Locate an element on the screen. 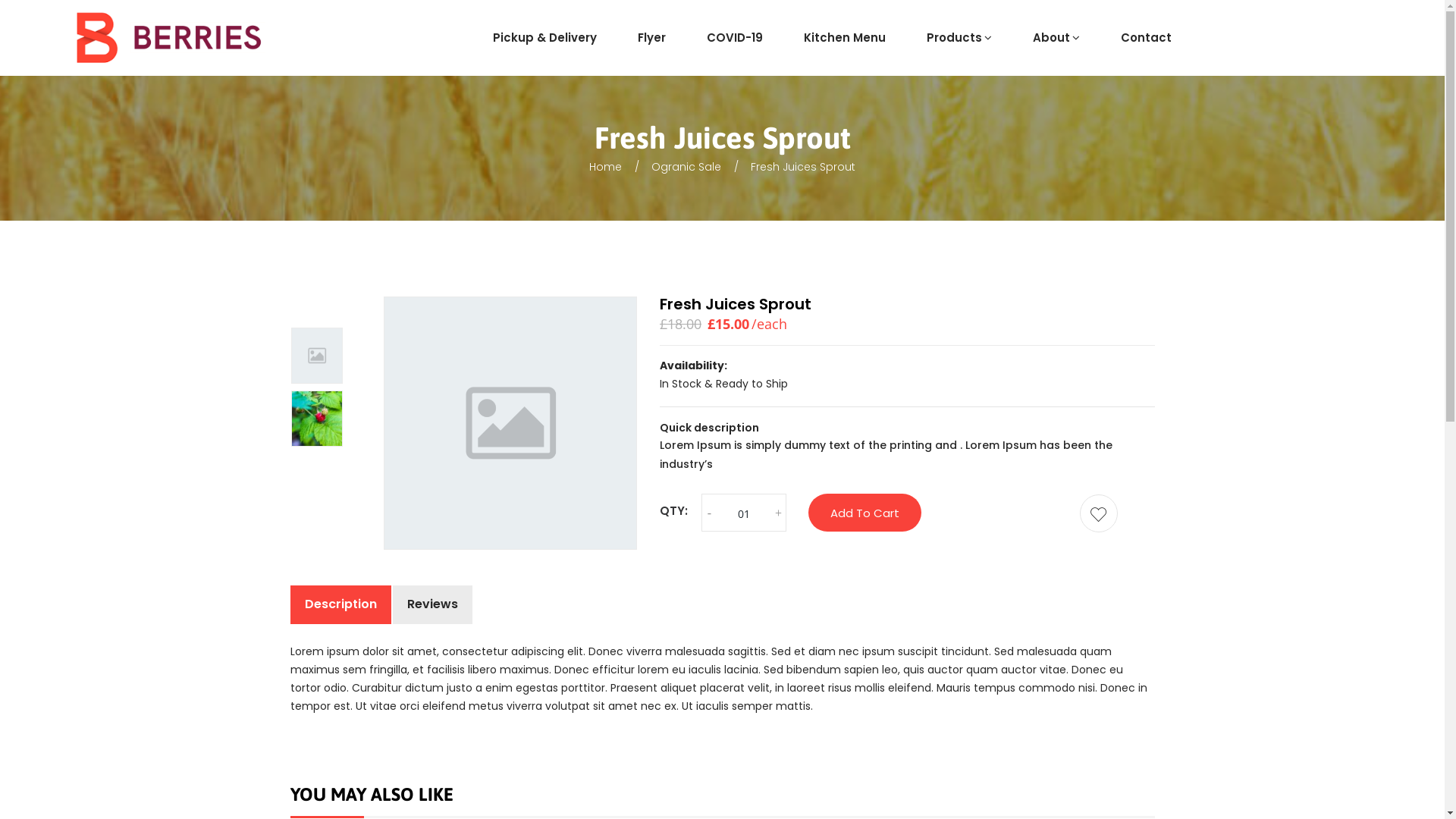 This screenshot has width=1456, height=819. 'COVID-19' is located at coordinates (735, 37).